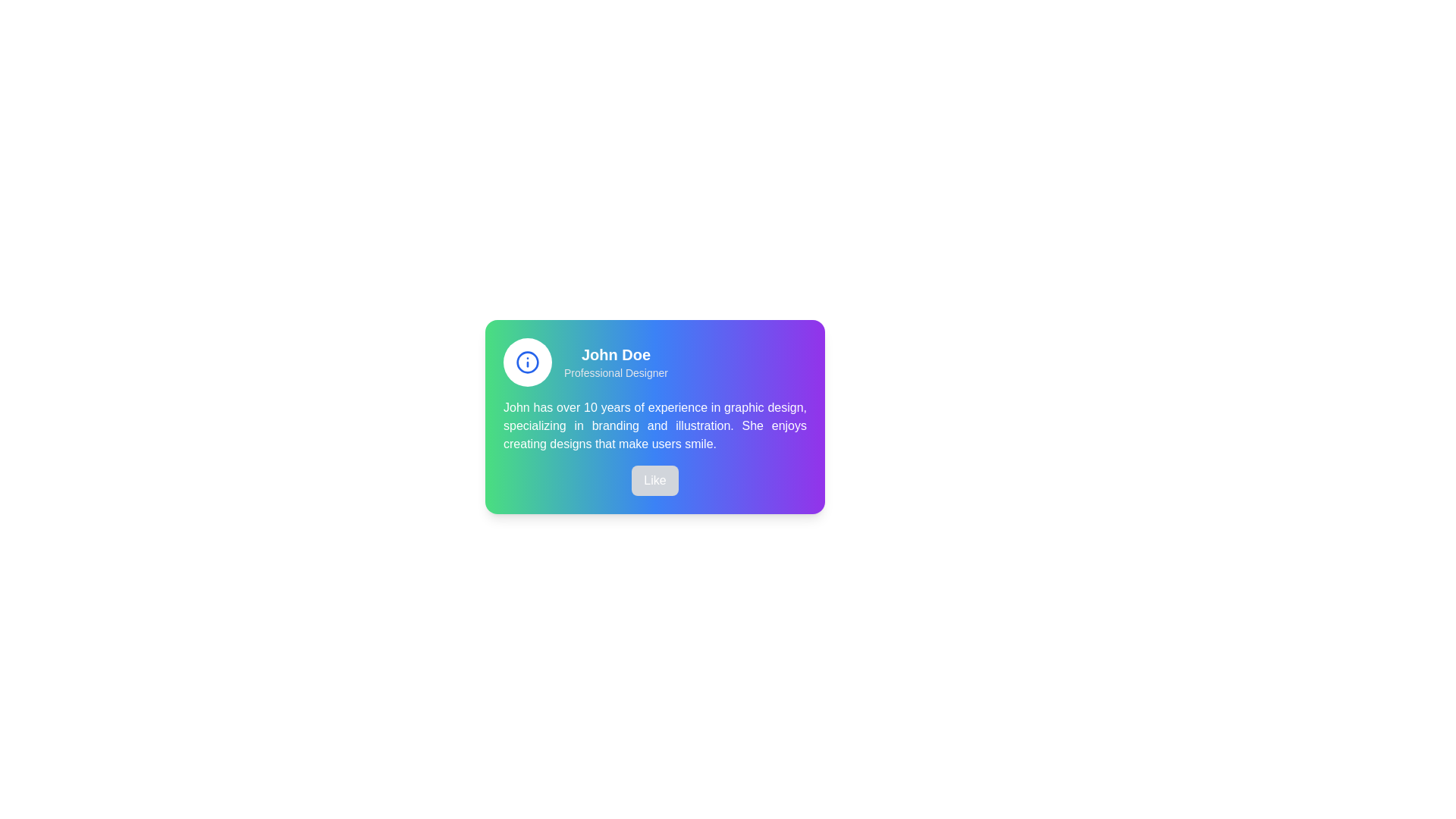 This screenshot has height=819, width=1456. Describe the element at coordinates (655, 426) in the screenshot. I see `text displayed in white font about 'John,' which details their professional experience in graphic design, branding, and illustration, located centrally within the card layout` at that location.